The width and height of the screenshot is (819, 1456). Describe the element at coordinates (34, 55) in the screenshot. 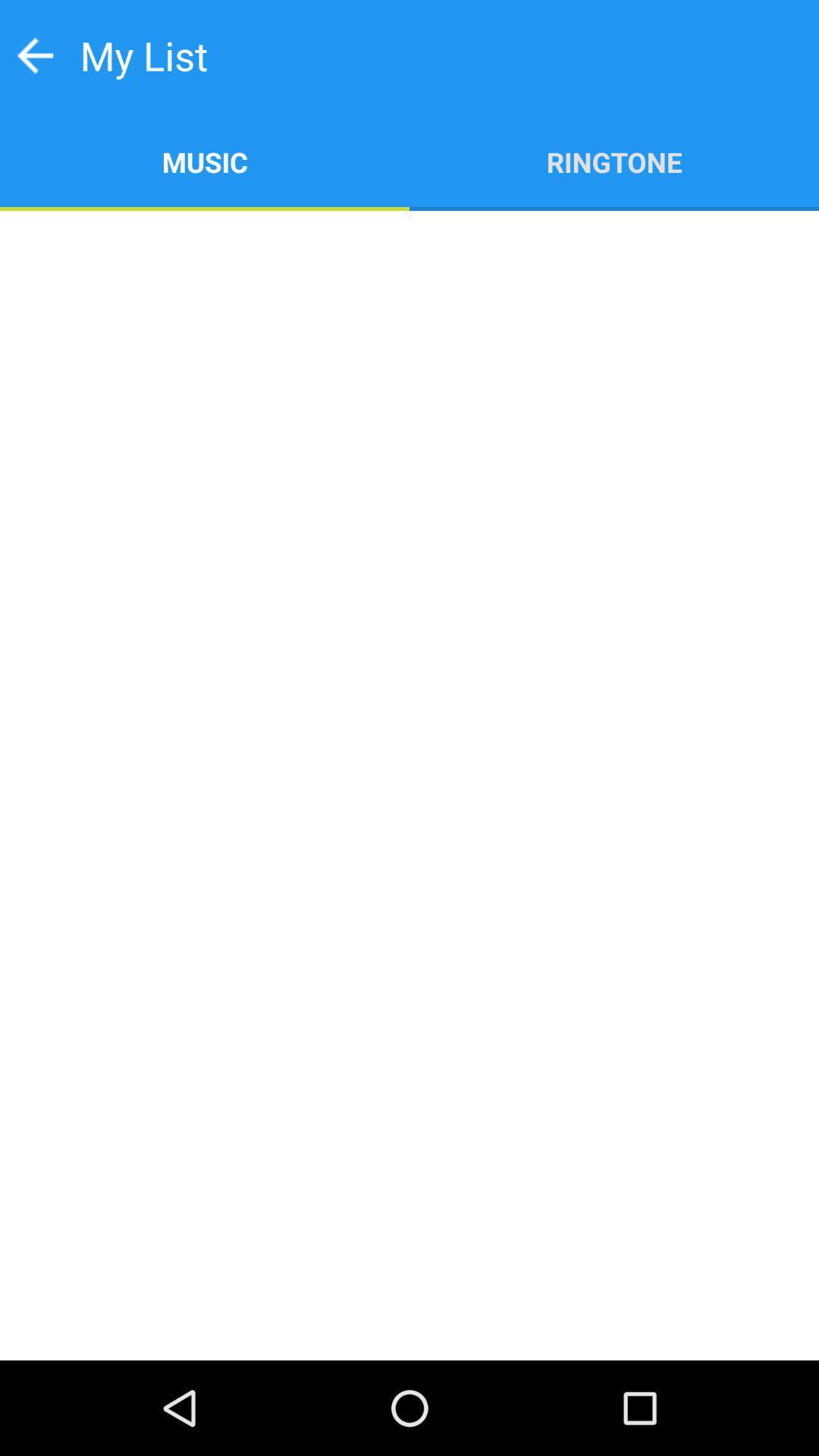

I see `app next to the my list` at that location.